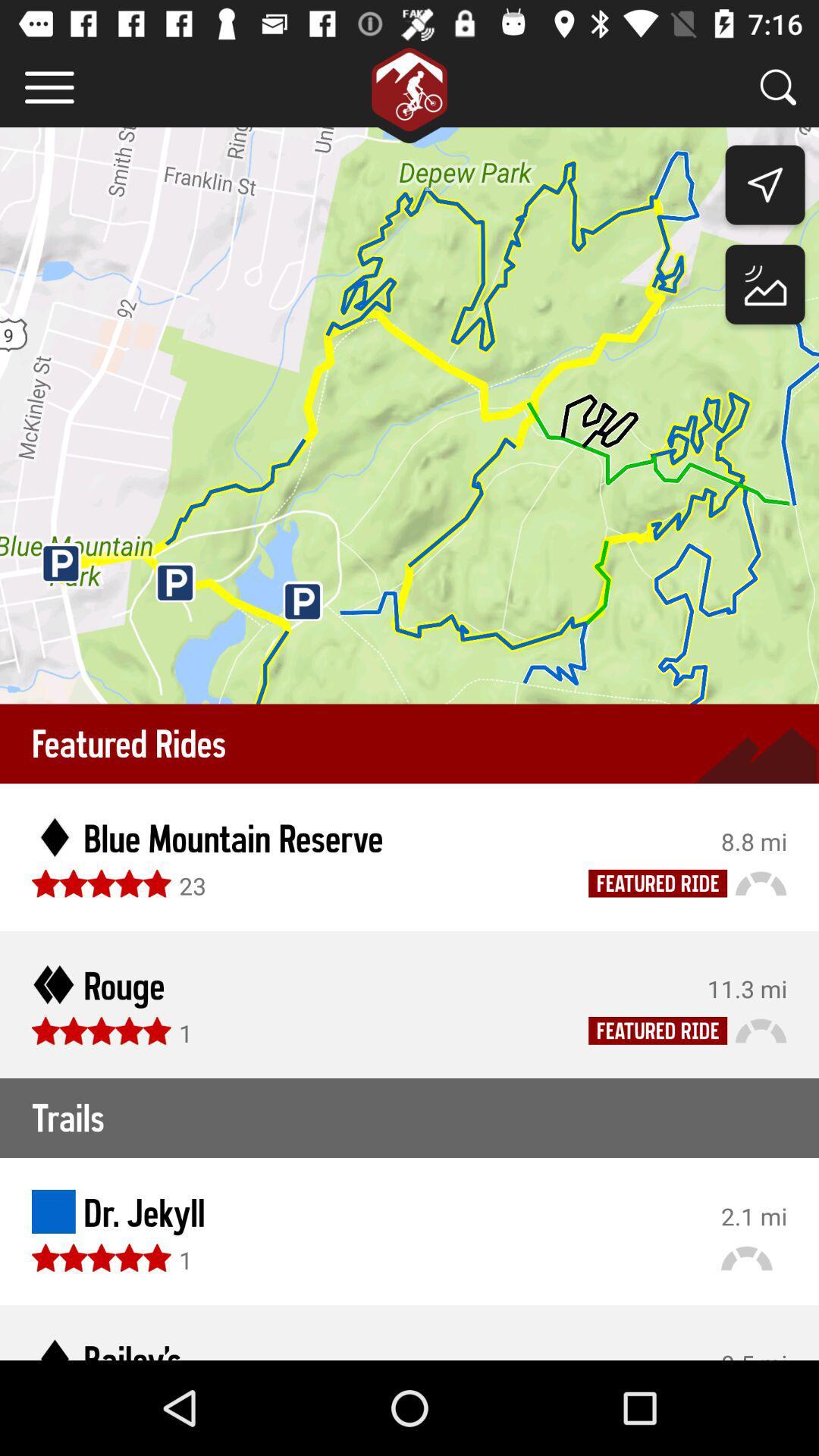 This screenshot has height=1456, width=819. I want to click on the dark shaded portion beside rides, so click(755, 756).